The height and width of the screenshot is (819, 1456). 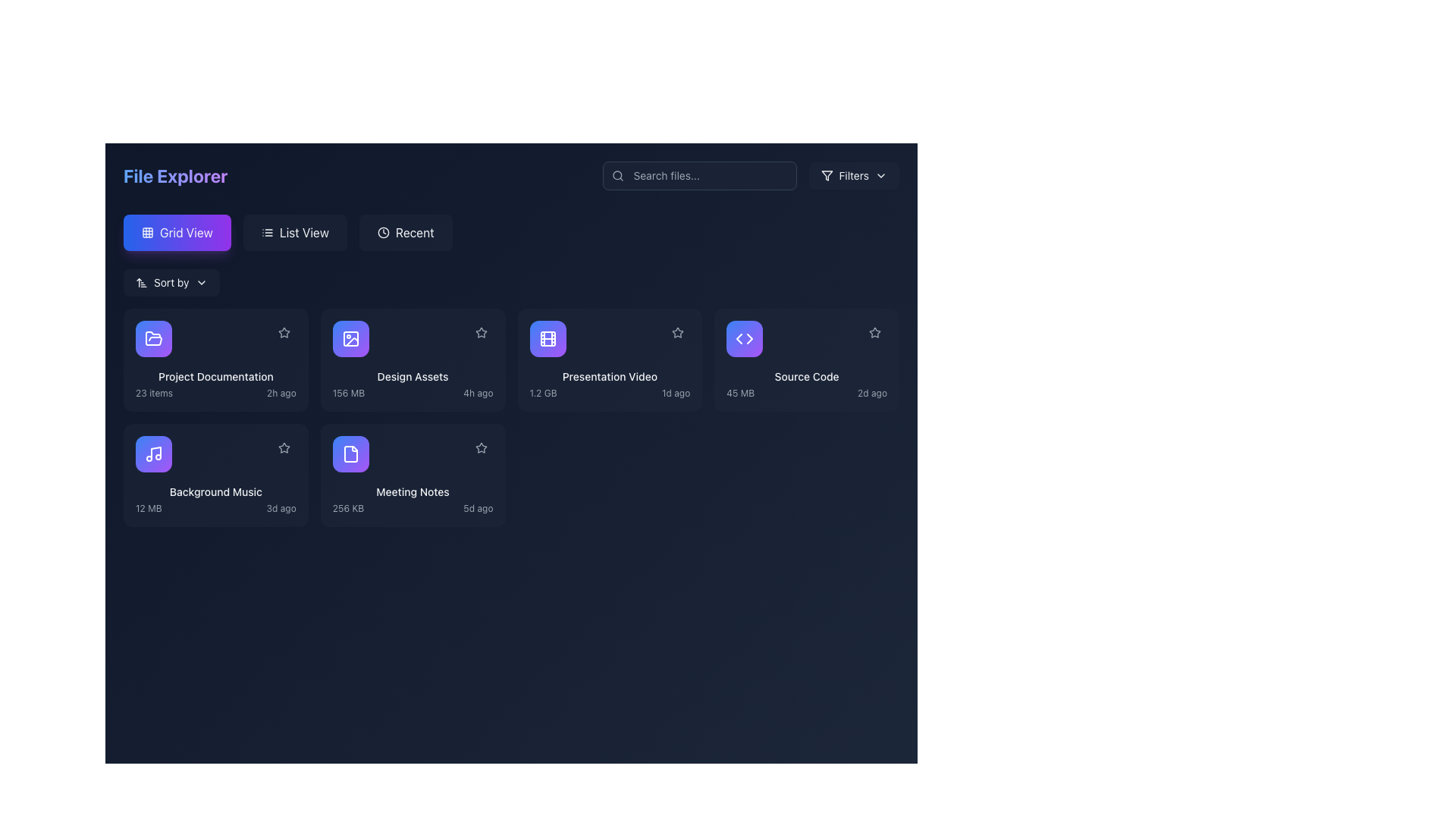 What do you see at coordinates (171, 283) in the screenshot?
I see `the 'Sort by' dropdown menu trigger, which is styled with a modern, minimalistic approach and located below the view buttons` at bounding box center [171, 283].